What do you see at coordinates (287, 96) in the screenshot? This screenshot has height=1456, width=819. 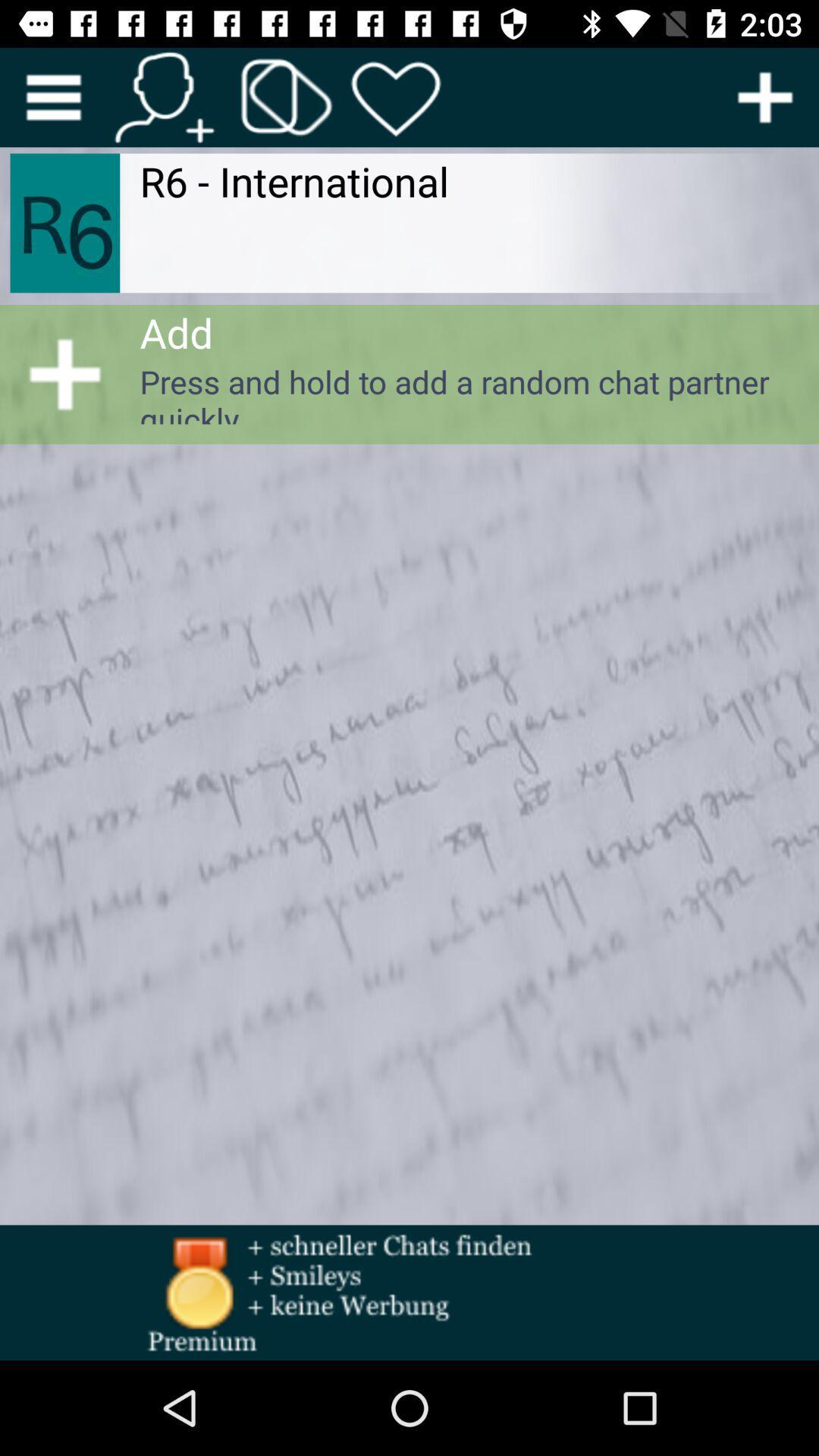 I see `apps` at bounding box center [287, 96].